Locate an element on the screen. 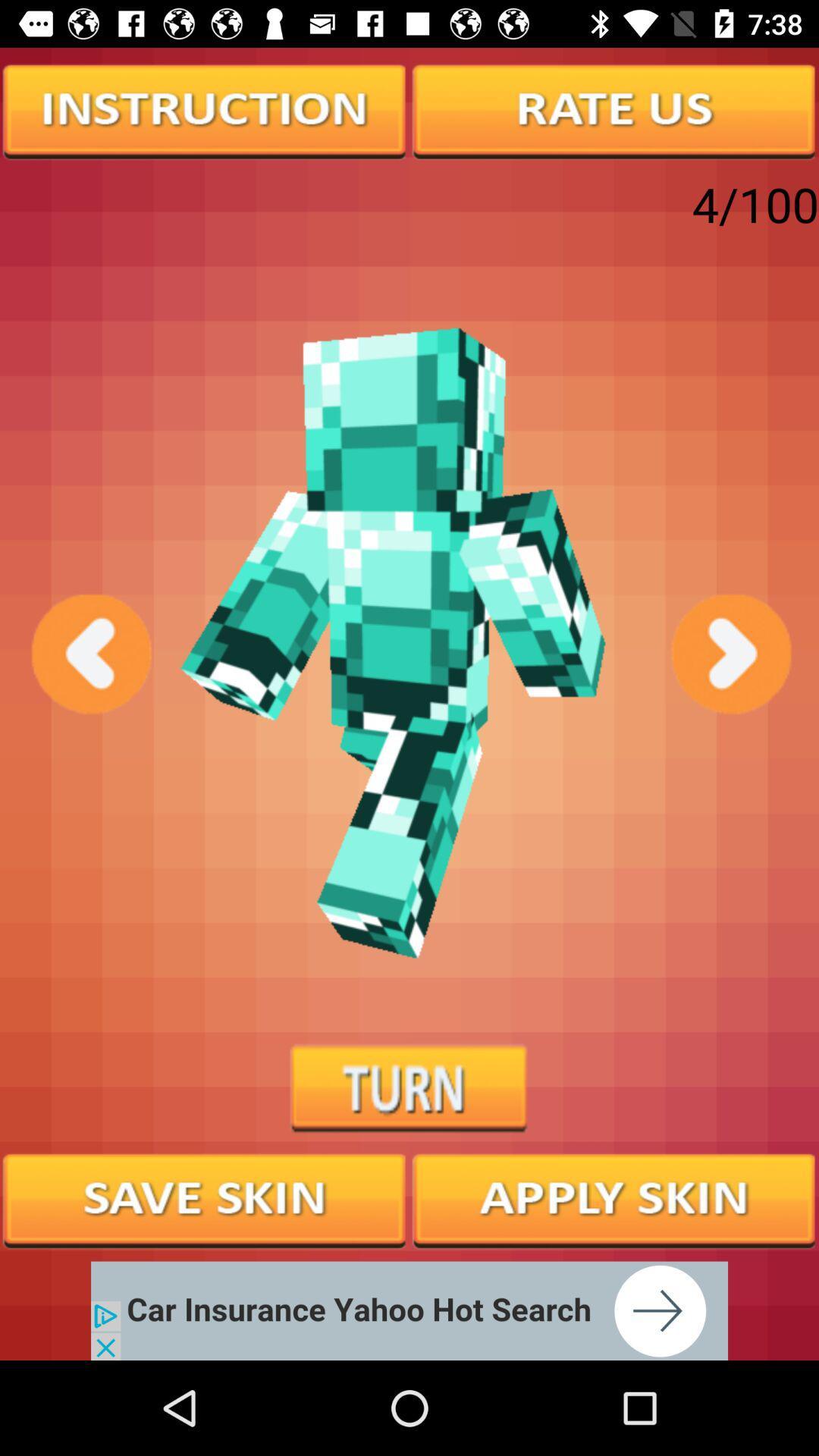 This screenshot has height=1456, width=819. skin is located at coordinates (205, 1198).